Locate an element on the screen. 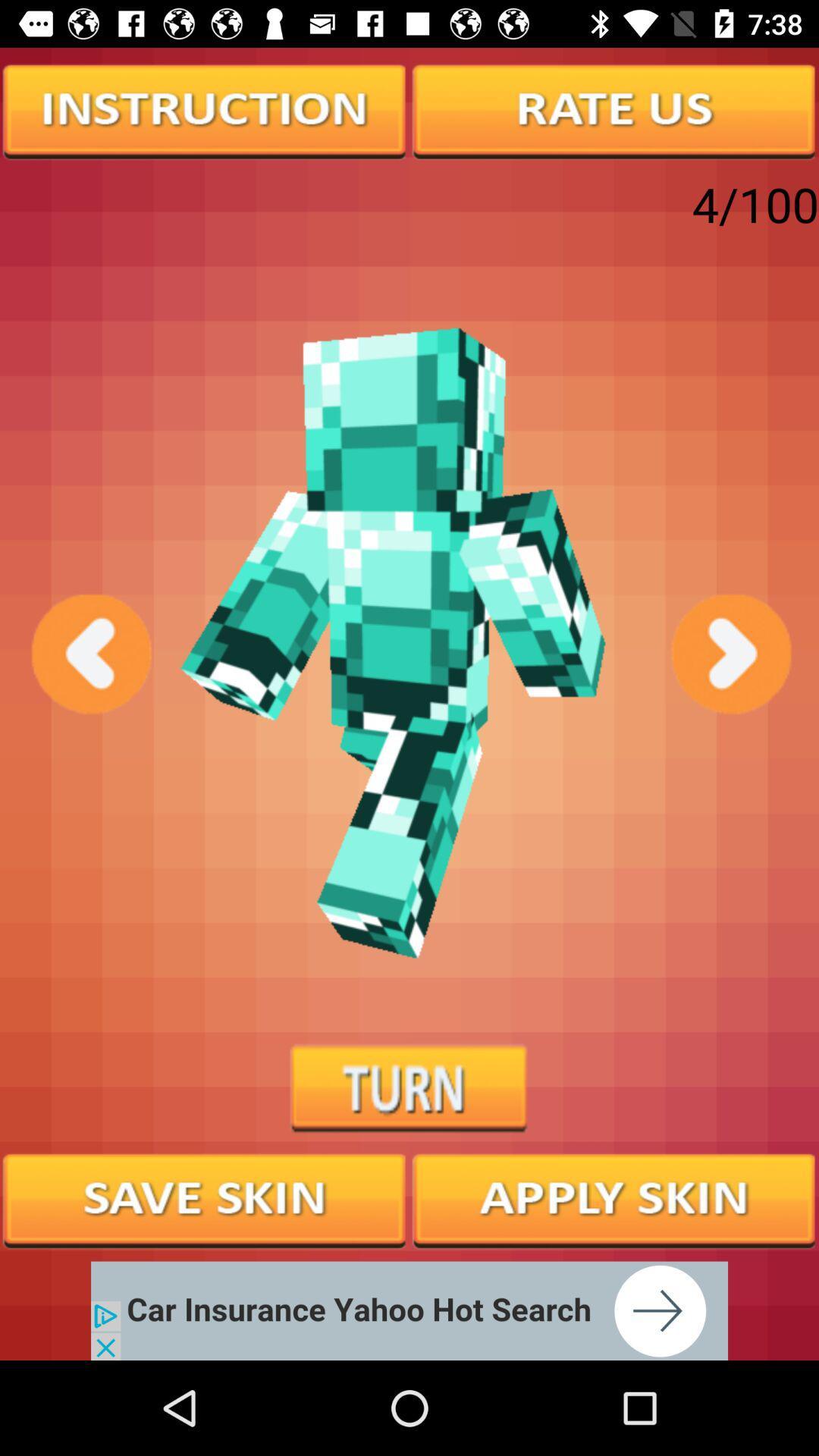 This screenshot has height=1456, width=819. skin is located at coordinates (205, 1198).